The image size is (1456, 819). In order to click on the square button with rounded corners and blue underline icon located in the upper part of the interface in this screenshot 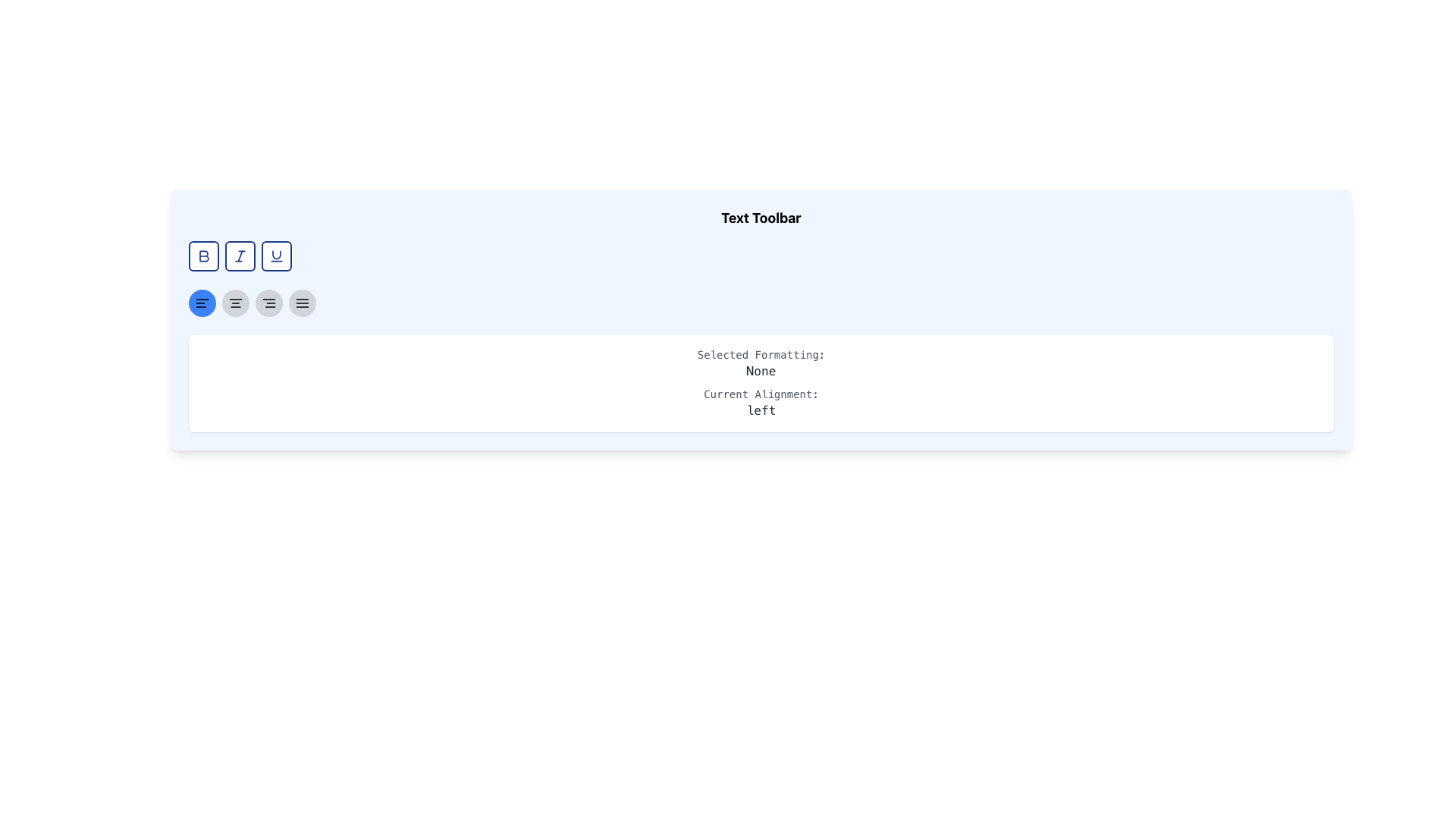, I will do `click(276, 256)`.